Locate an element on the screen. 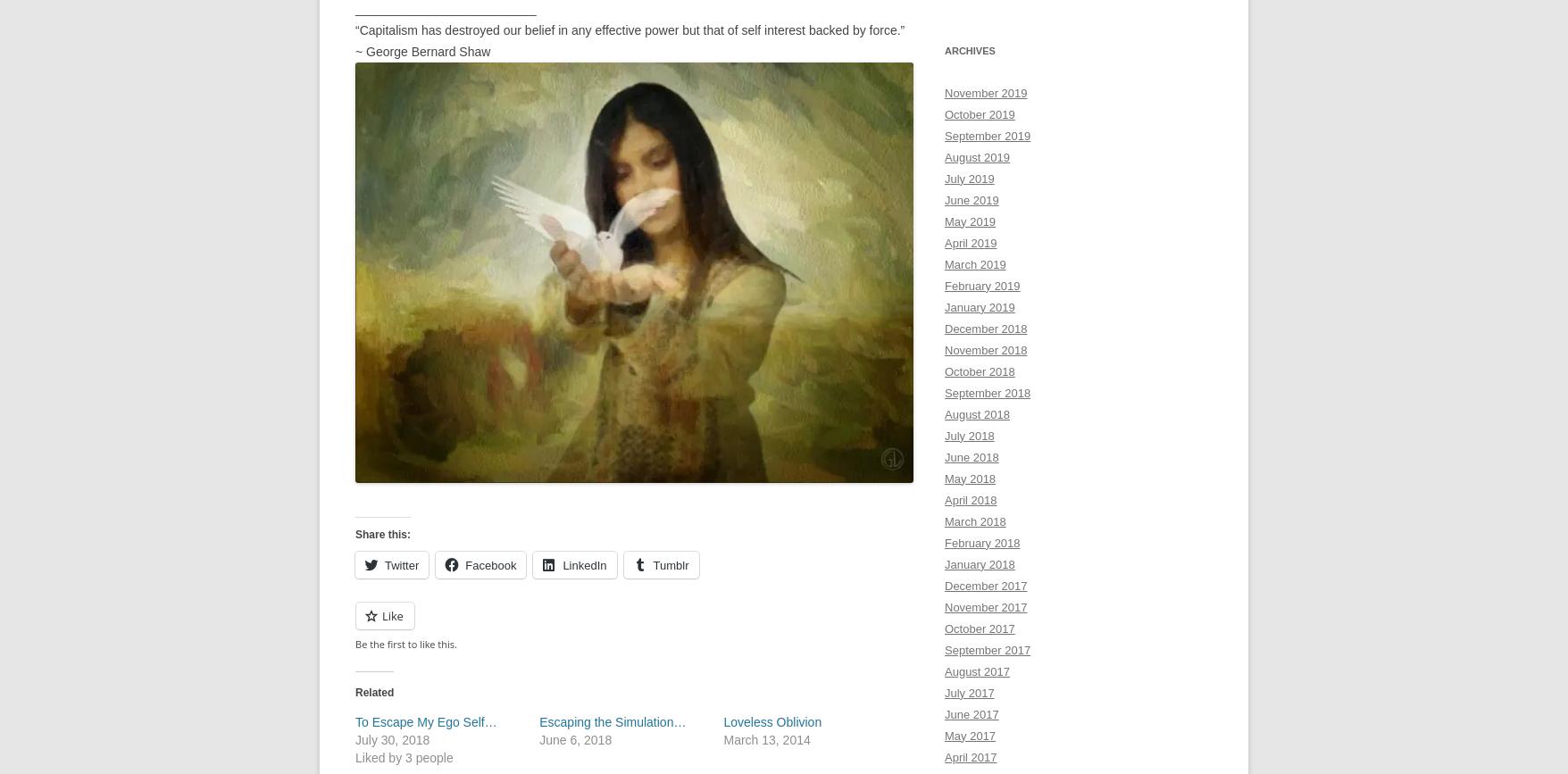  'Share this:' is located at coordinates (381, 532).